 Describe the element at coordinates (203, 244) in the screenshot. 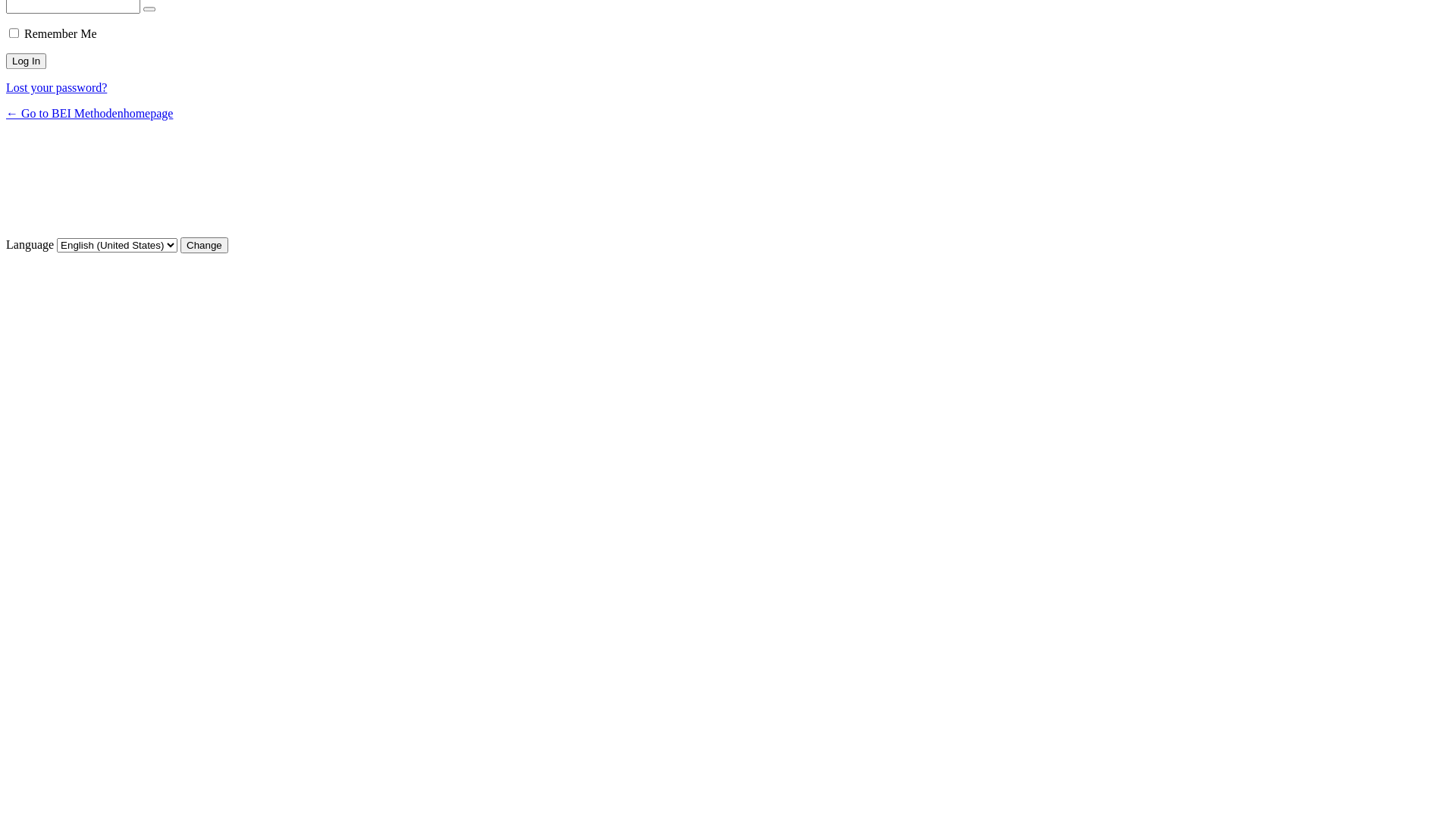

I see `'Change'` at that location.